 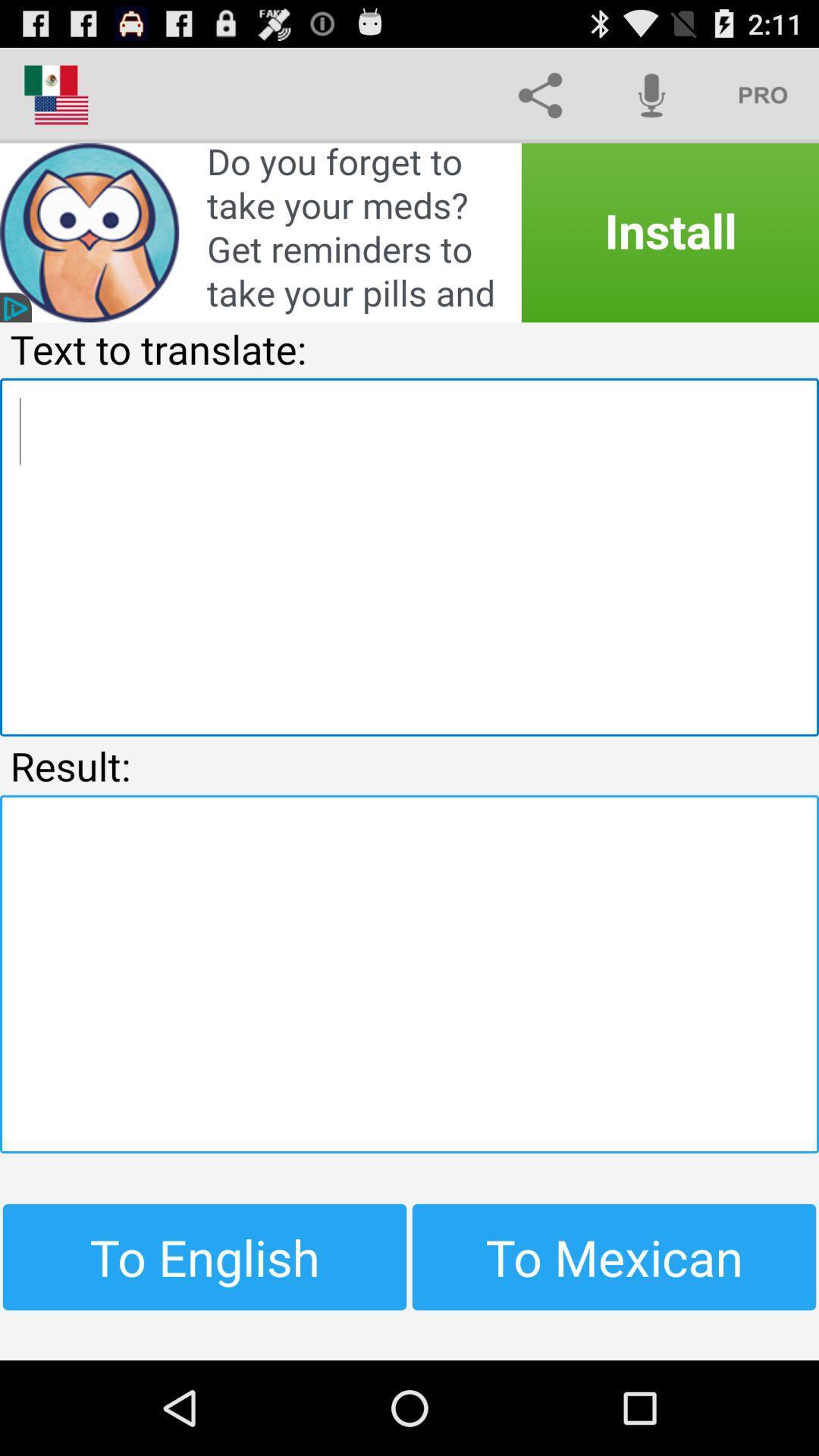 What do you see at coordinates (614, 1257) in the screenshot?
I see `to mexican` at bounding box center [614, 1257].